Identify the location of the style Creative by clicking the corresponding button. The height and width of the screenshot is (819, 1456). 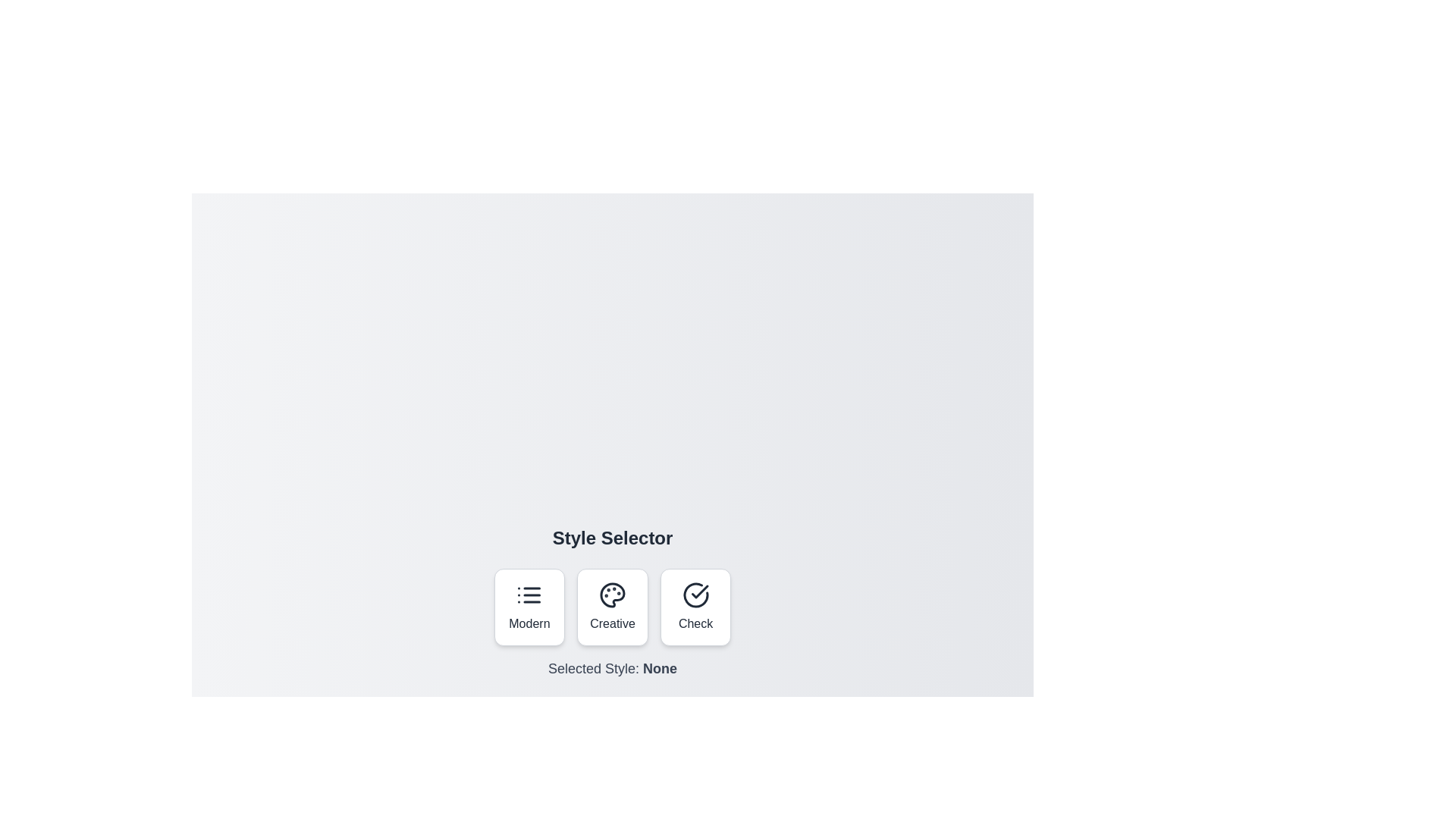
(612, 607).